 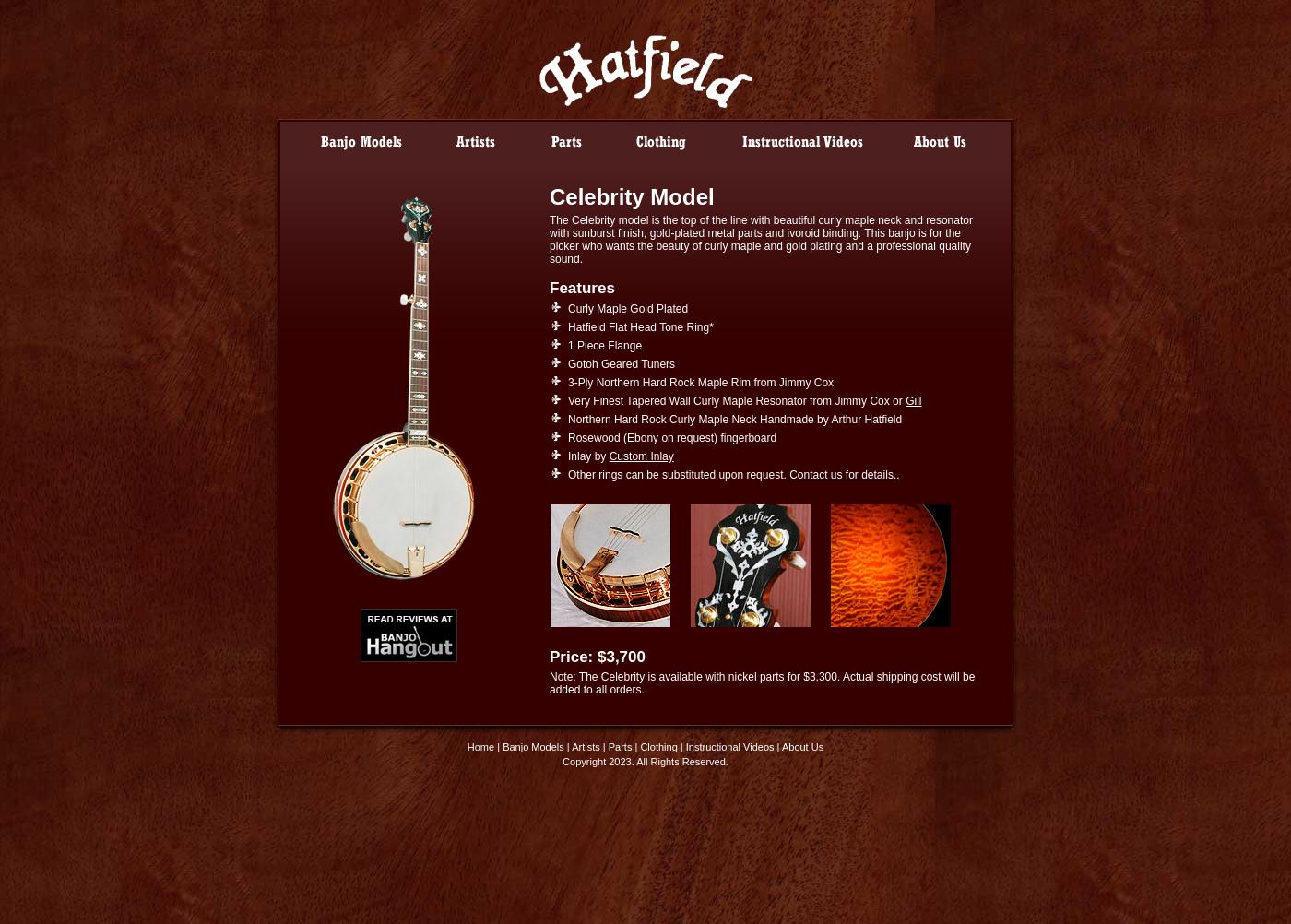 What do you see at coordinates (605, 346) in the screenshot?
I see `'1 Piece Flange'` at bounding box center [605, 346].